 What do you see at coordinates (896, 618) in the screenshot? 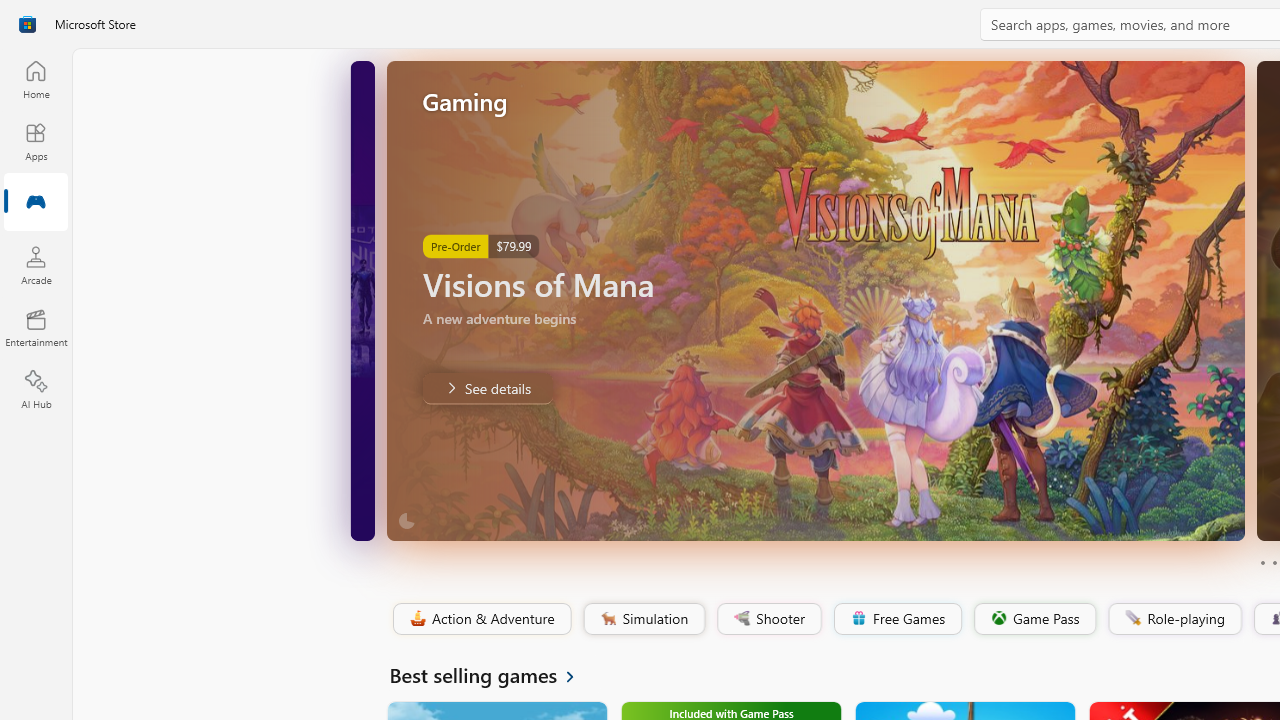
I see `'Free Games'` at bounding box center [896, 618].